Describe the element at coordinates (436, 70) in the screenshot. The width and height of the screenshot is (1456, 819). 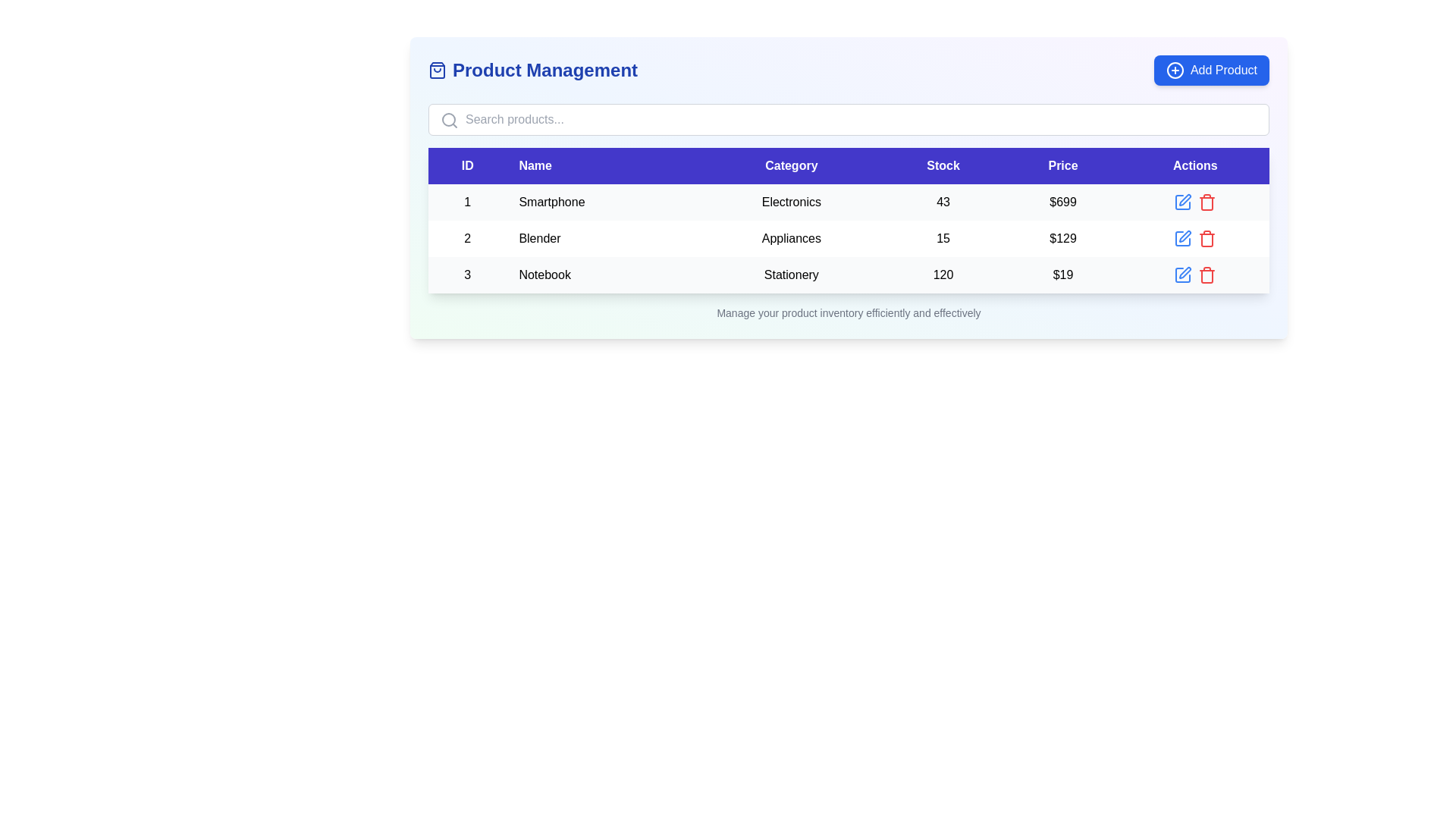
I see `the SVG icon representing product management, located to the left of the 'Product Management' text label in the top-left section of the interface` at that location.